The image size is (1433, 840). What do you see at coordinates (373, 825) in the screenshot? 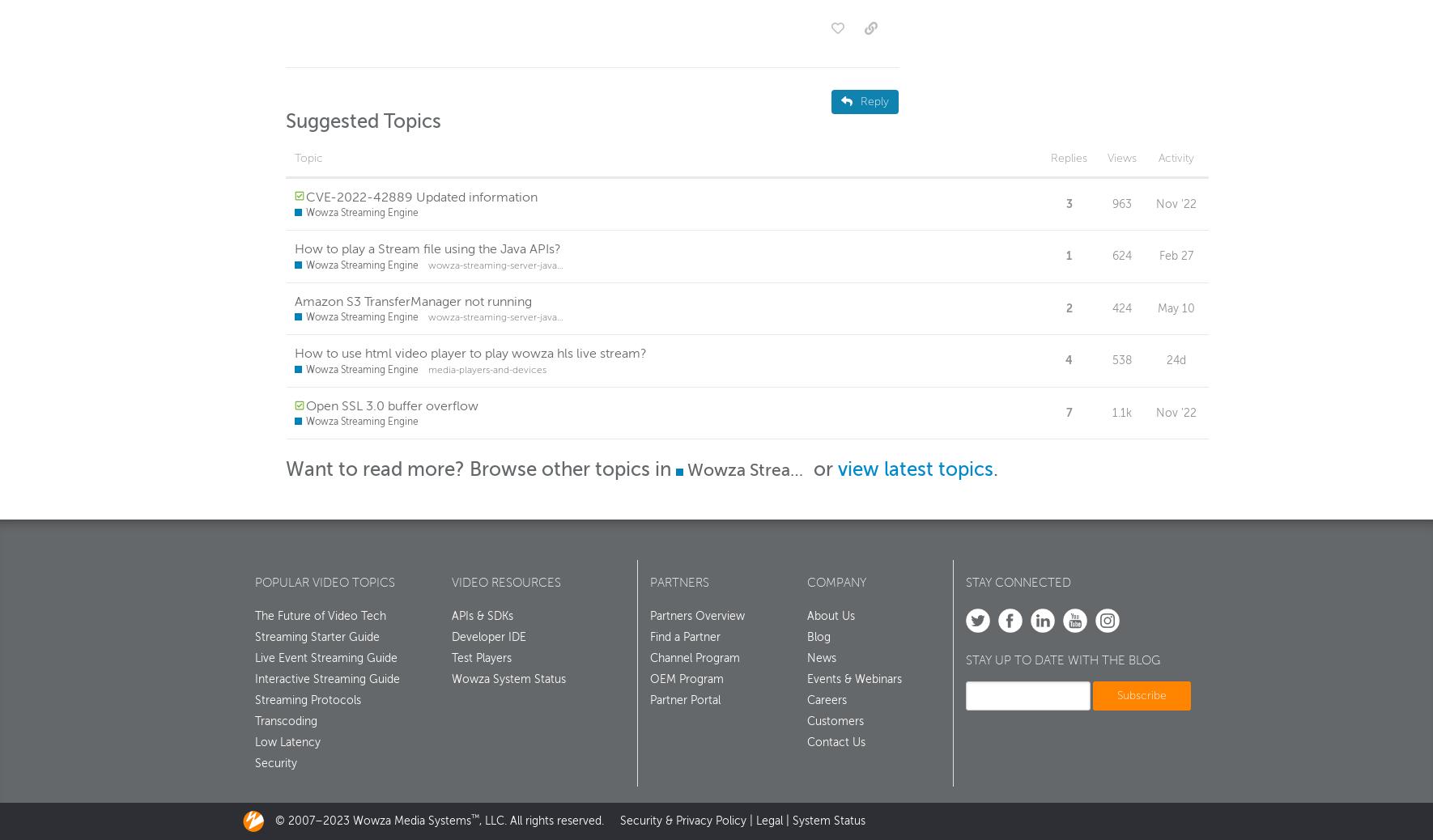
I see `'© 2007–2023 Wowza Media Systems'` at bounding box center [373, 825].